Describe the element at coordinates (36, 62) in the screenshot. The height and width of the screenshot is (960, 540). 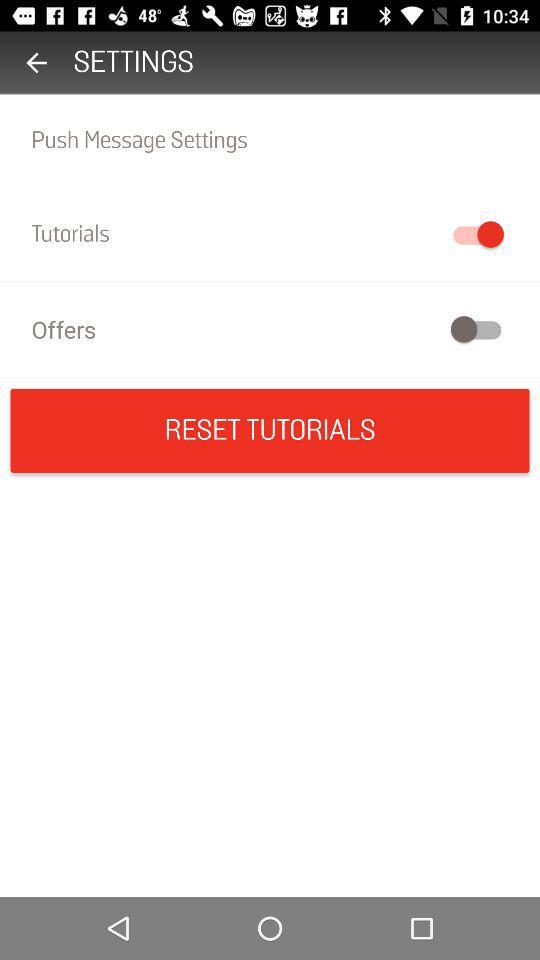
I see `the icon next to the settings item` at that location.